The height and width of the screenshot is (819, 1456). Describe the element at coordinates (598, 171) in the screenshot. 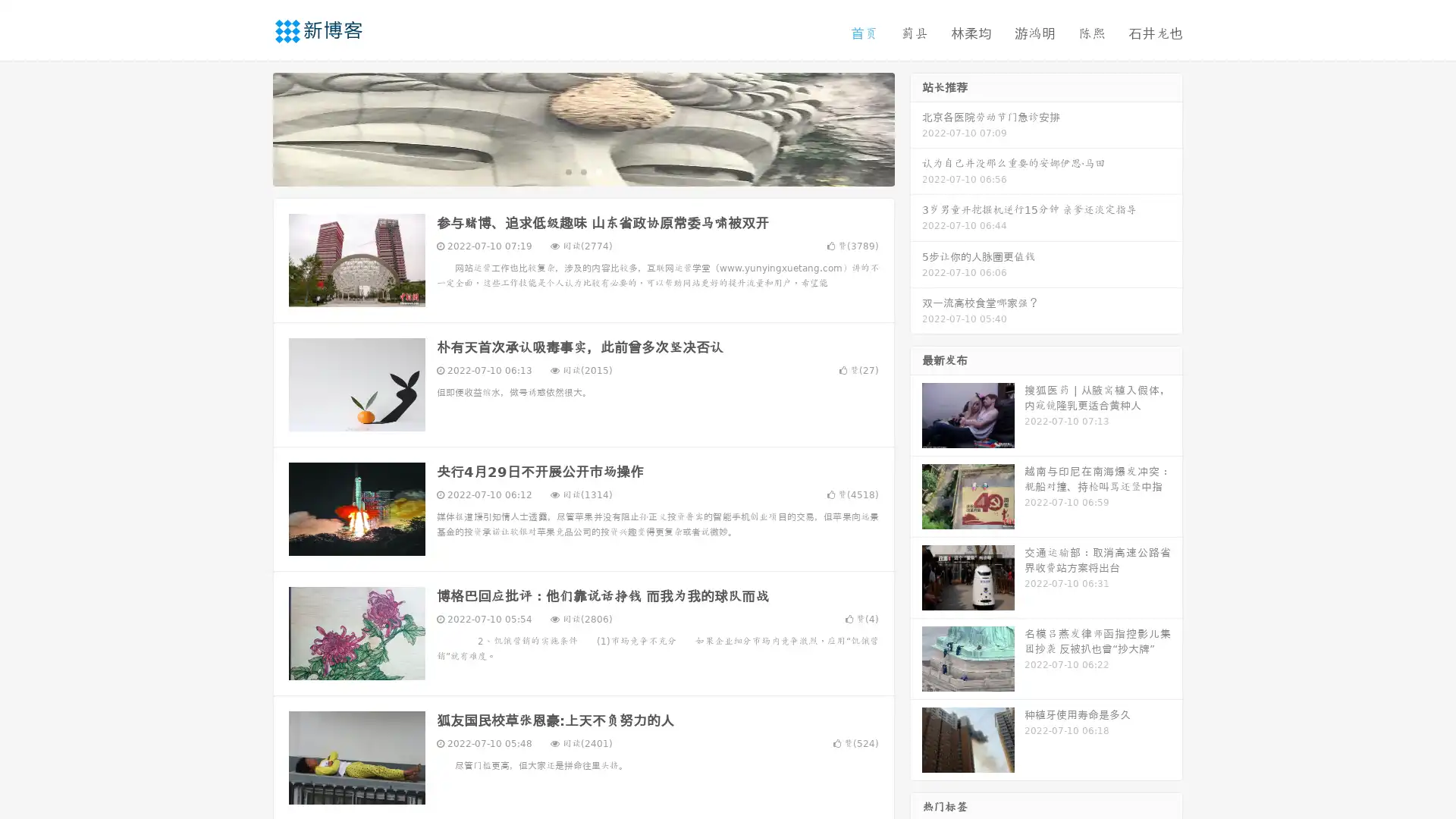

I see `Go to slide 3` at that location.